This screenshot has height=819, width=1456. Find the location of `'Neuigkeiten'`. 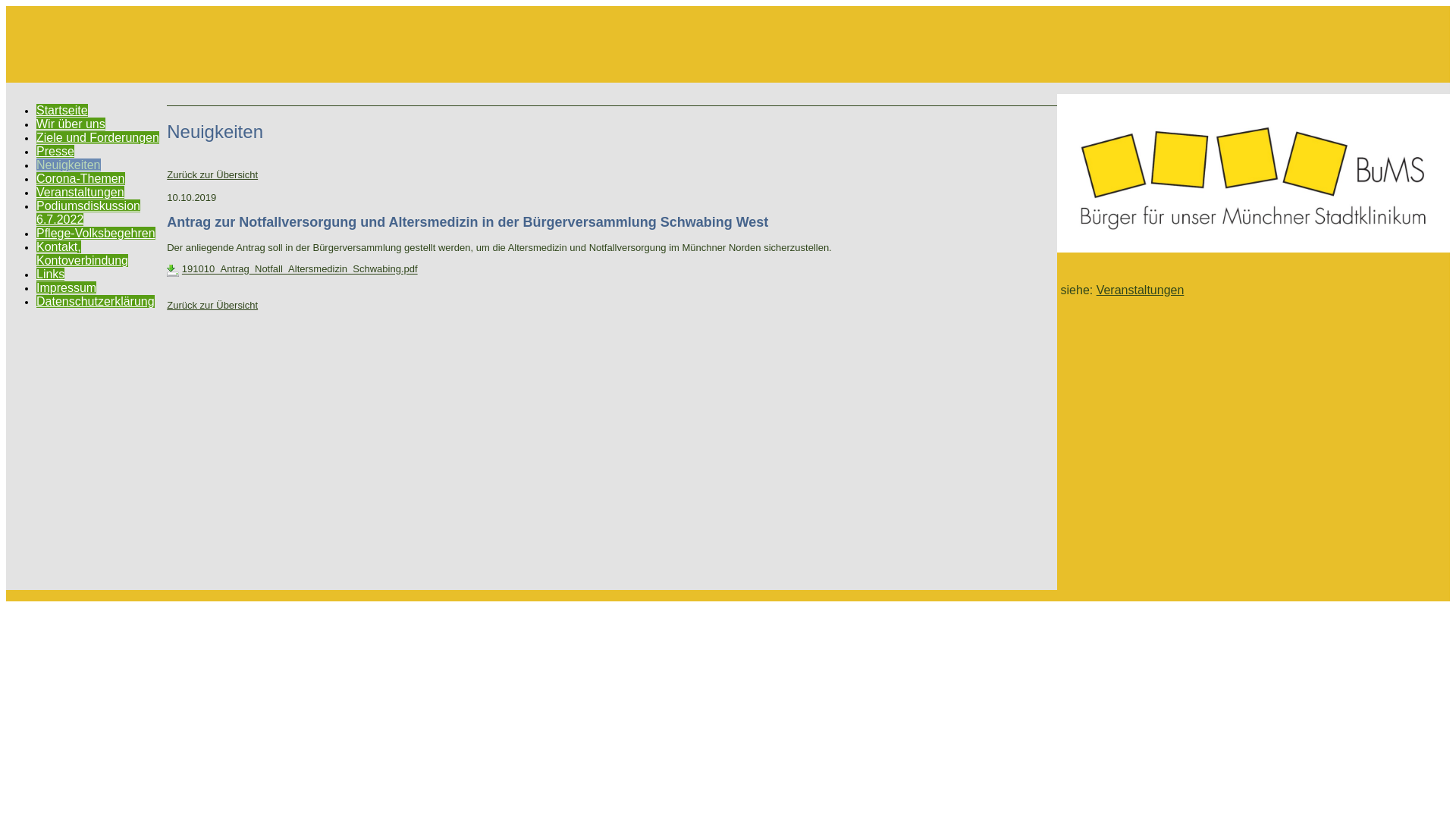

'Neuigkeiten' is located at coordinates (67, 165).